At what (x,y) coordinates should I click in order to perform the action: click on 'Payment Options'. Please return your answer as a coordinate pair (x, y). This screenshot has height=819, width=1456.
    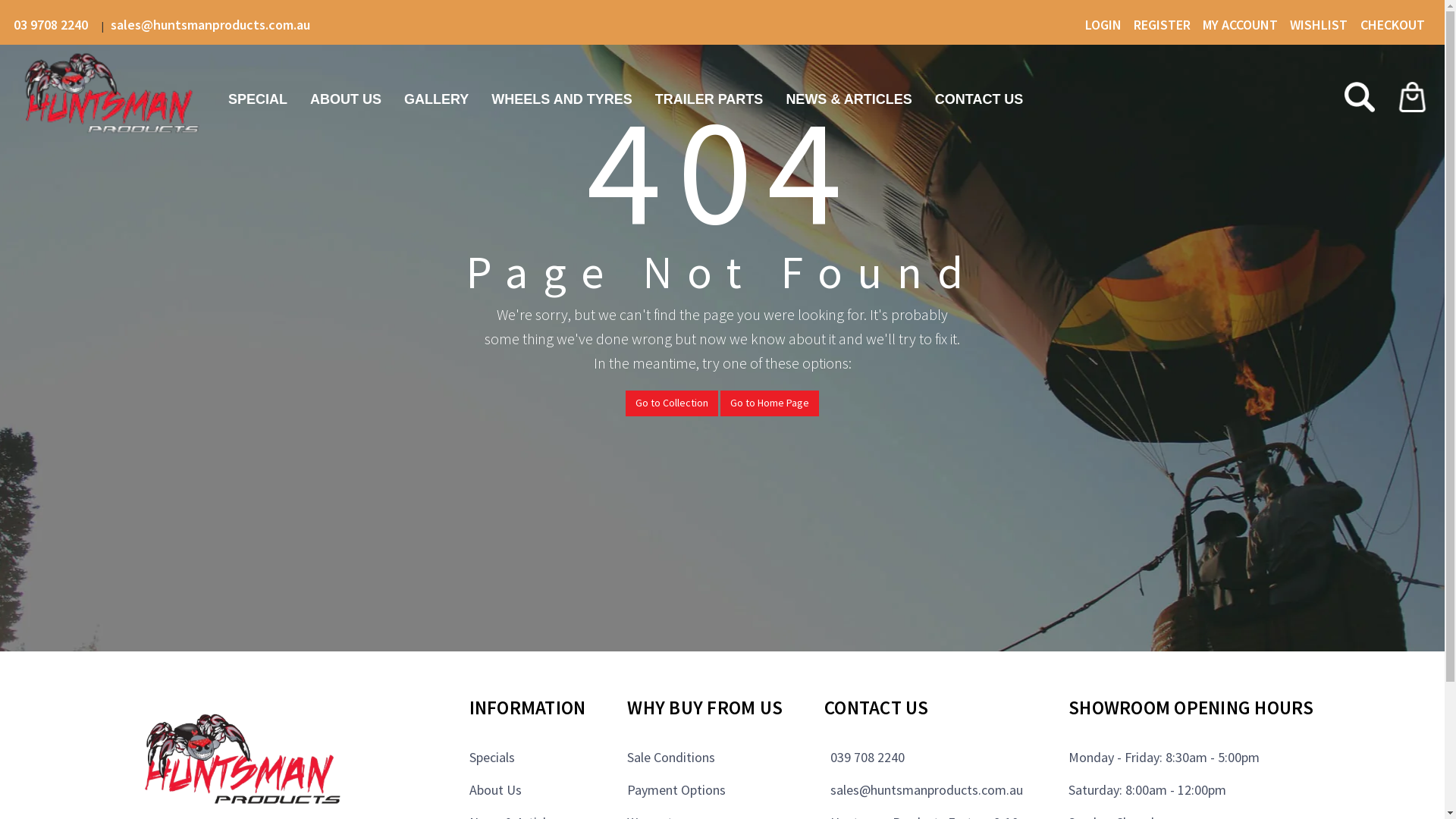
    Looking at the image, I should click on (676, 789).